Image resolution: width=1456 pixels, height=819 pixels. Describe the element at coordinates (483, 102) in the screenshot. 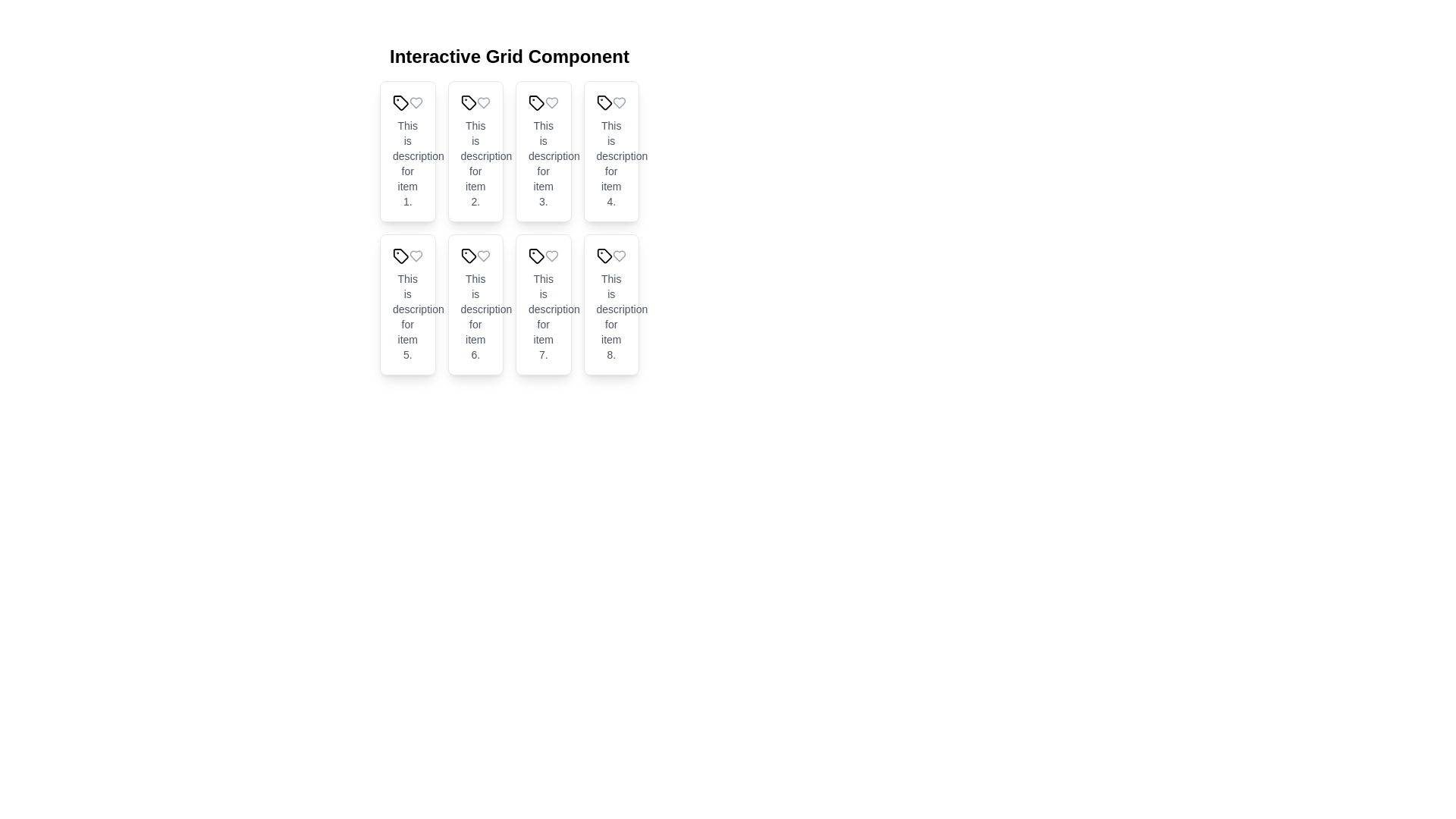

I see `the heart icon in the second column of the top row within the grid layout, located below the title 'Interactive Grid Component'` at that location.